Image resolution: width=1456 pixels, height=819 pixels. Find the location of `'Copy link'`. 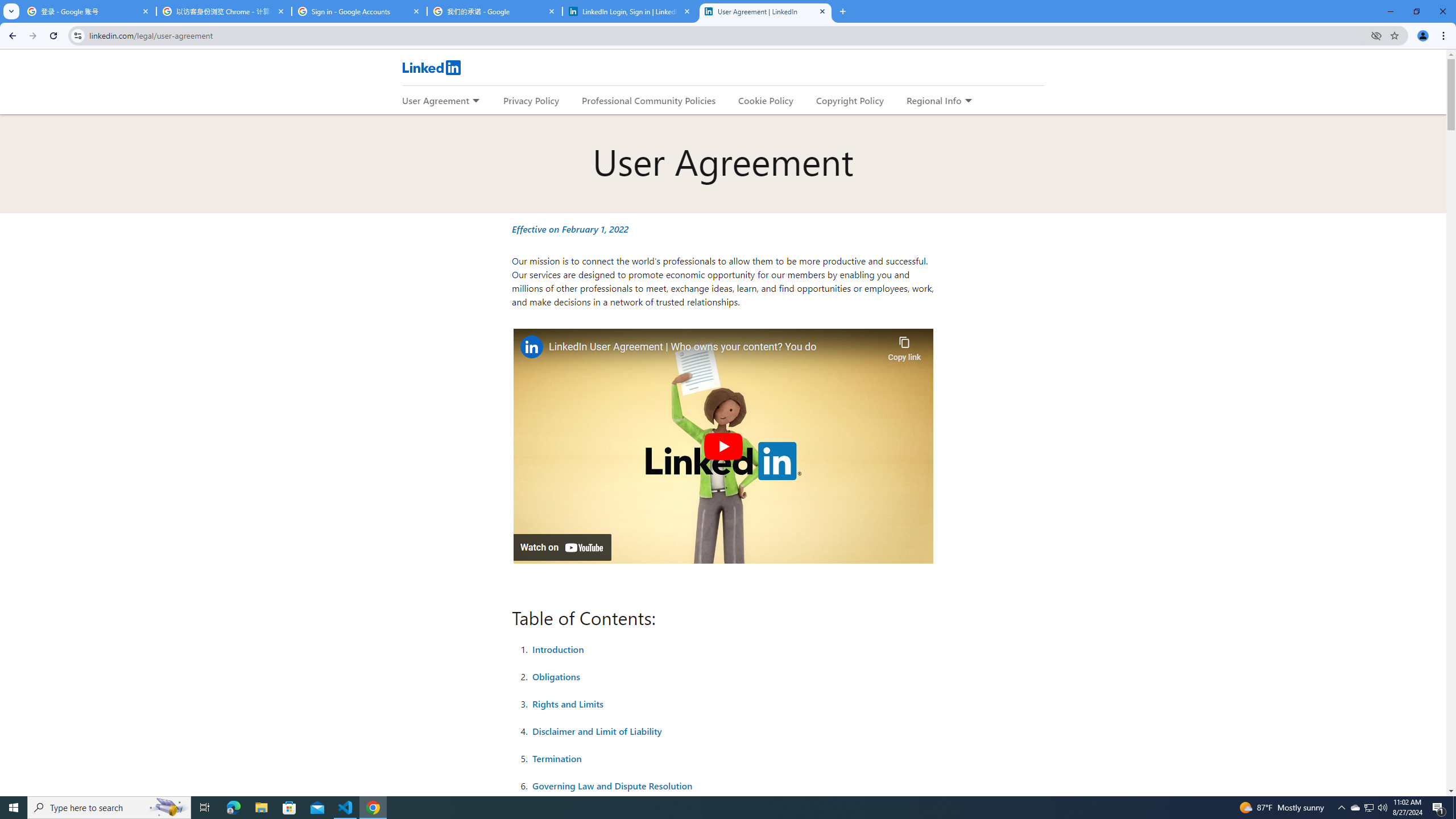

'Copy link' is located at coordinates (904, 346).